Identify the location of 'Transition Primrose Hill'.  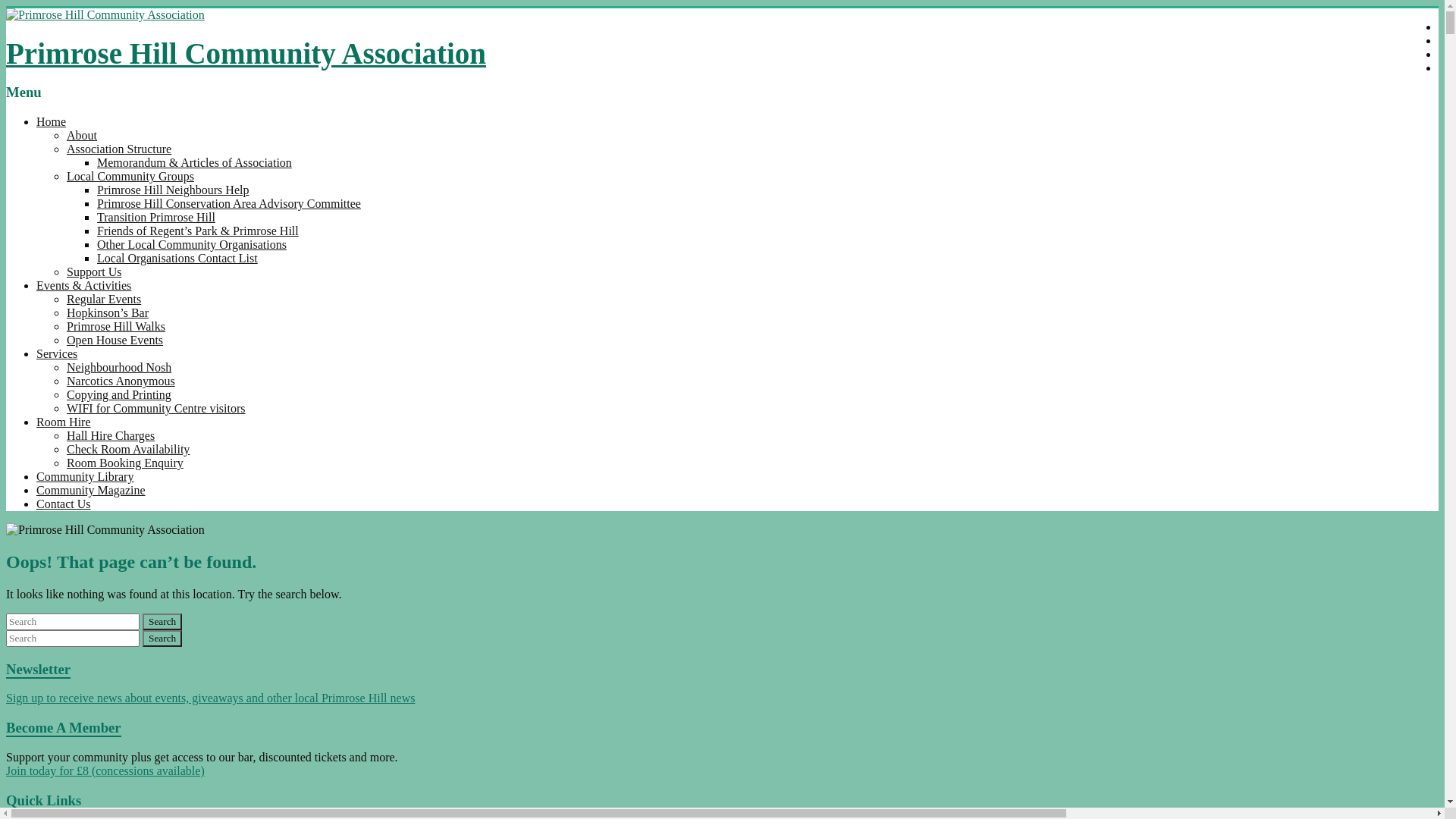
(96, 217).